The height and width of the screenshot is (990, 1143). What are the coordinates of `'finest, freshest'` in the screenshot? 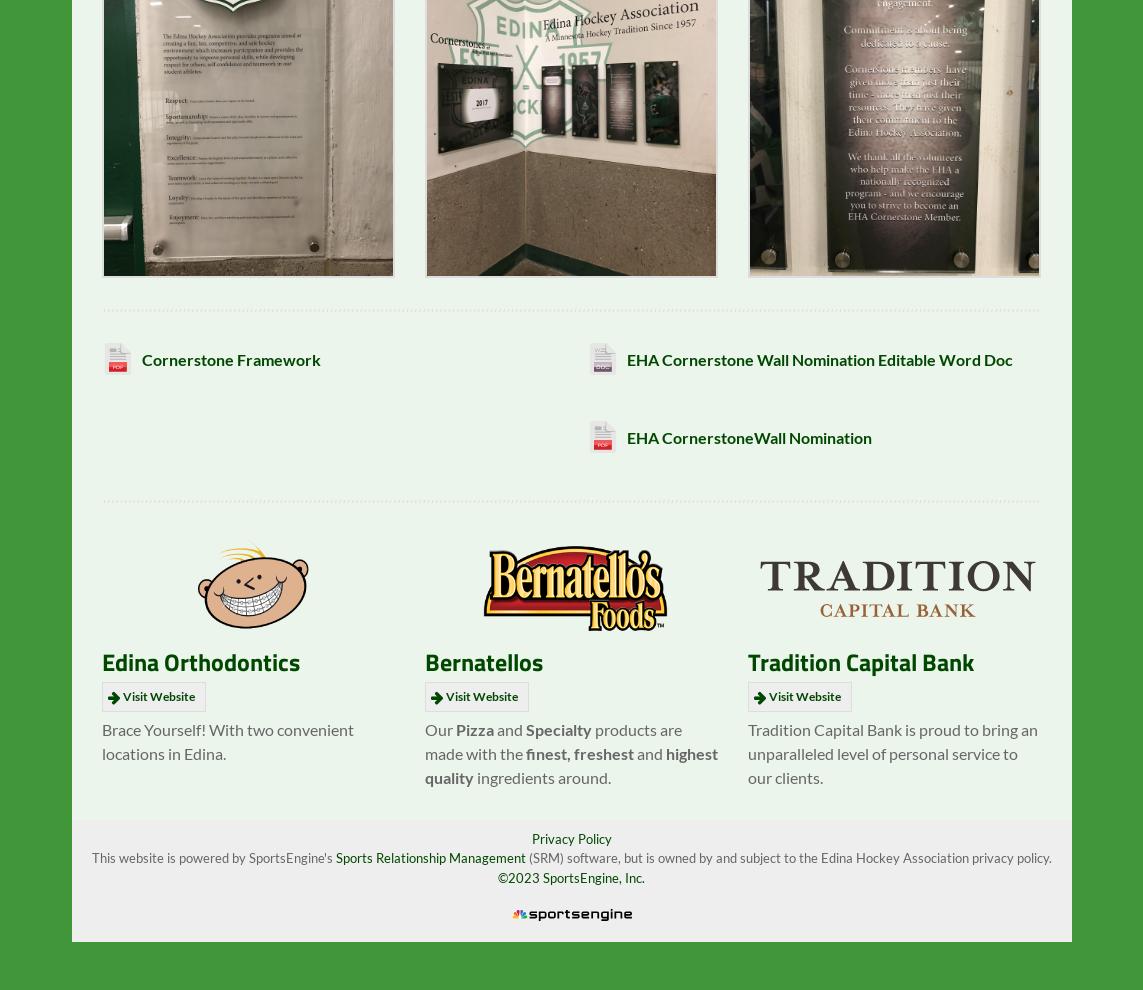 It's located at (579, 767).